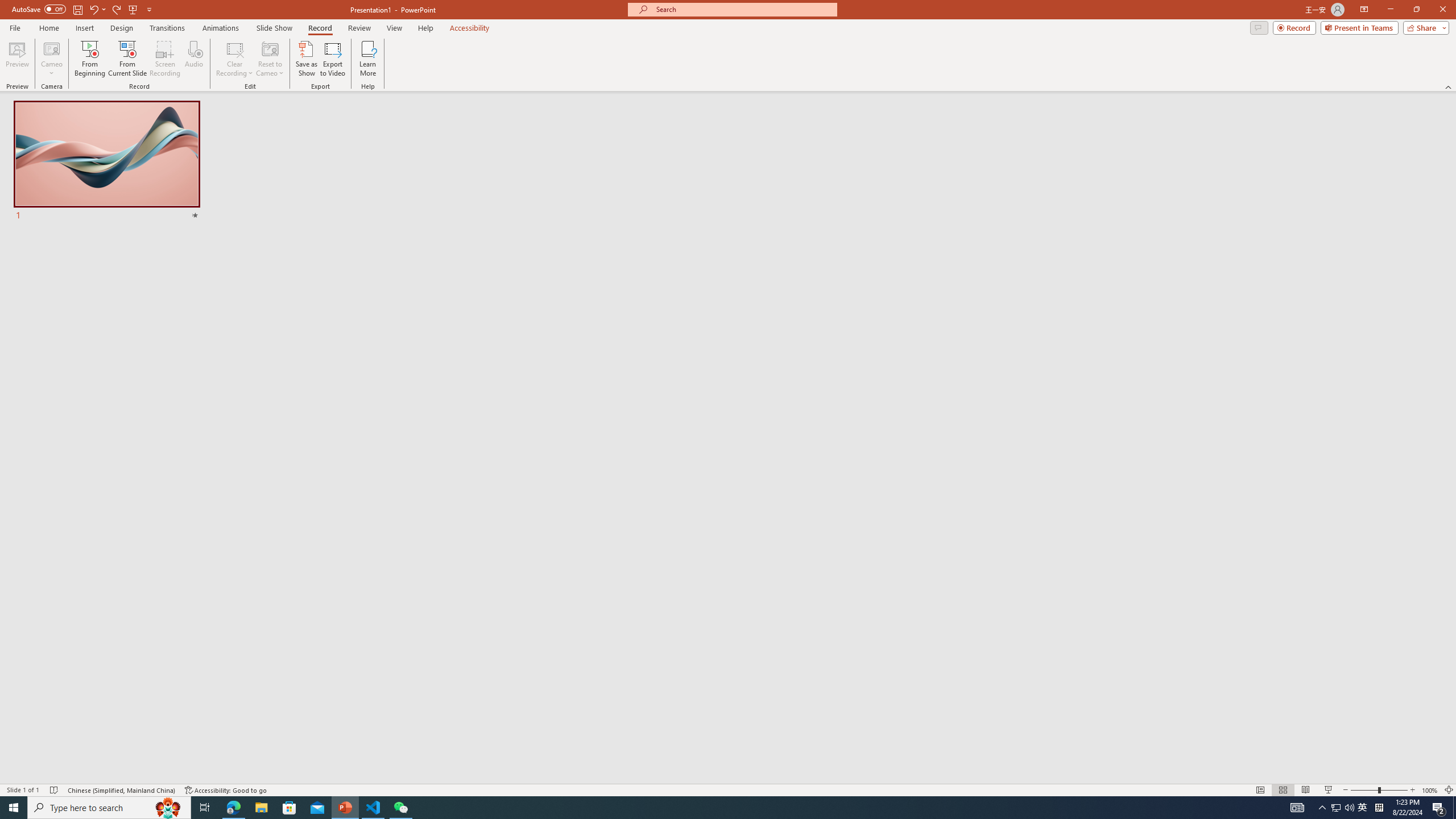  I want to click on 'Zoom 100%', so click(1430, 790).